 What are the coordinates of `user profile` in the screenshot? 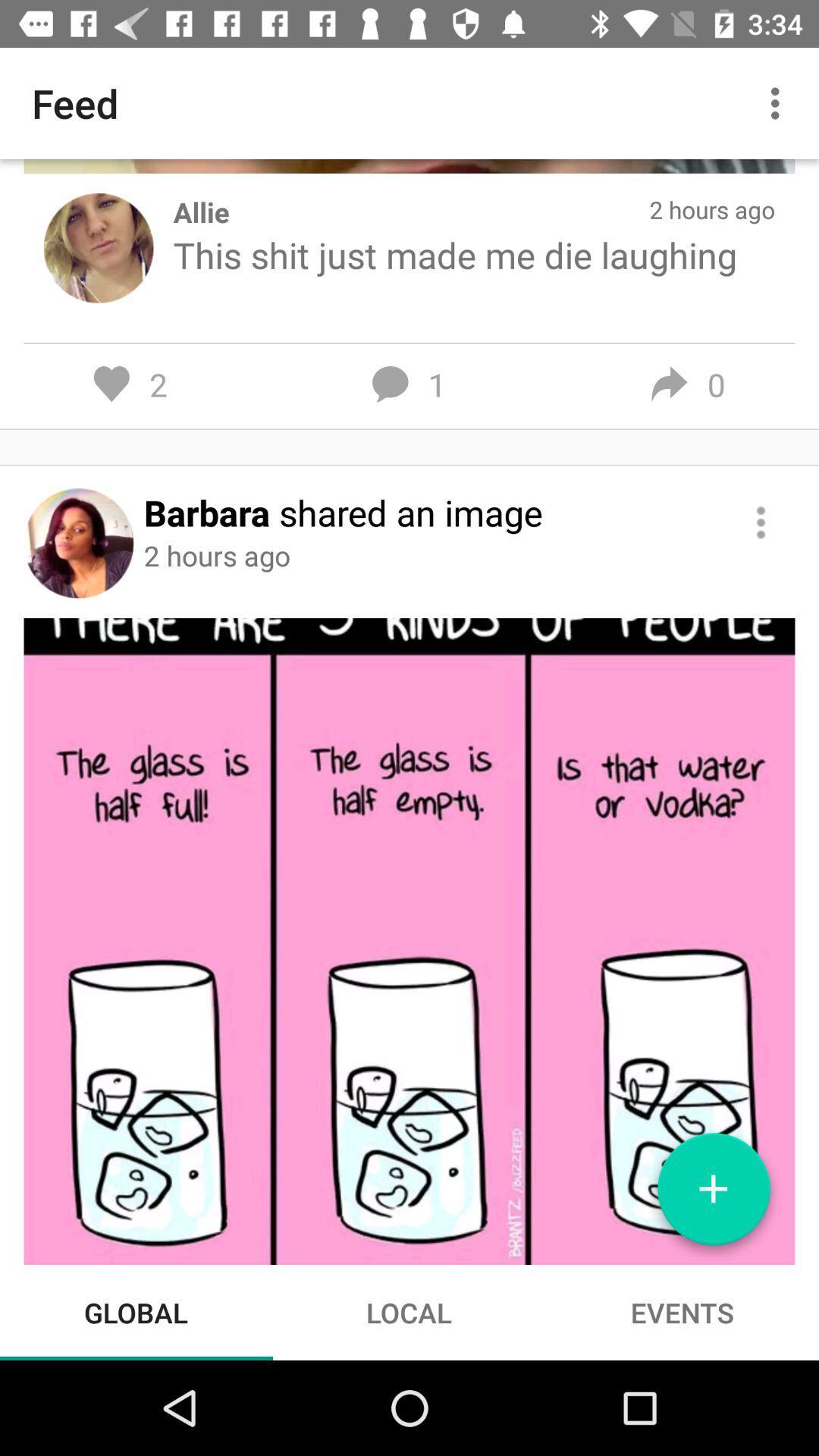 It's located at (78, 543).